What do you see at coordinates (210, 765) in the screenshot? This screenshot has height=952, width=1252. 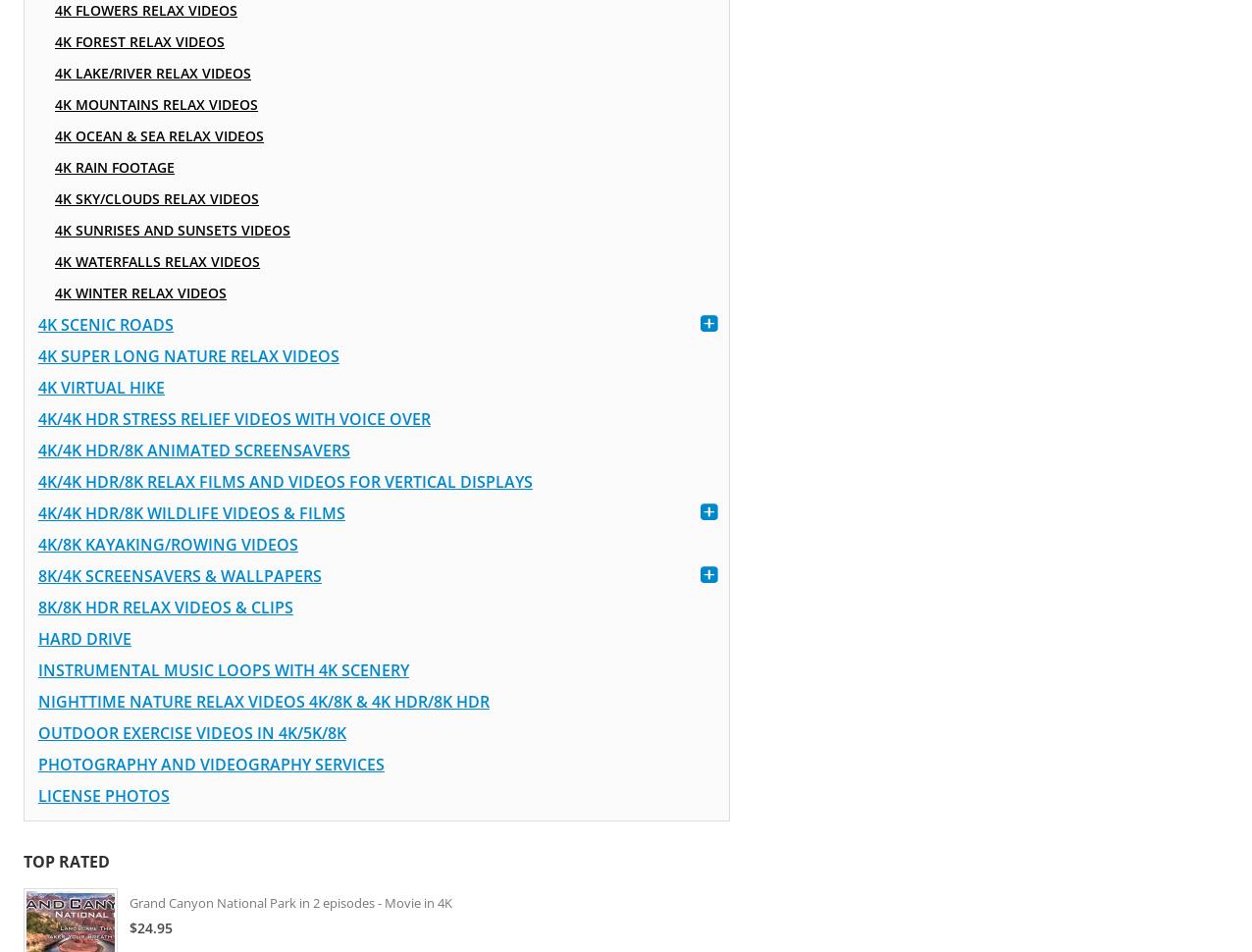 I see `'Photography and Videography Services'` at bounding box center [210, 765].